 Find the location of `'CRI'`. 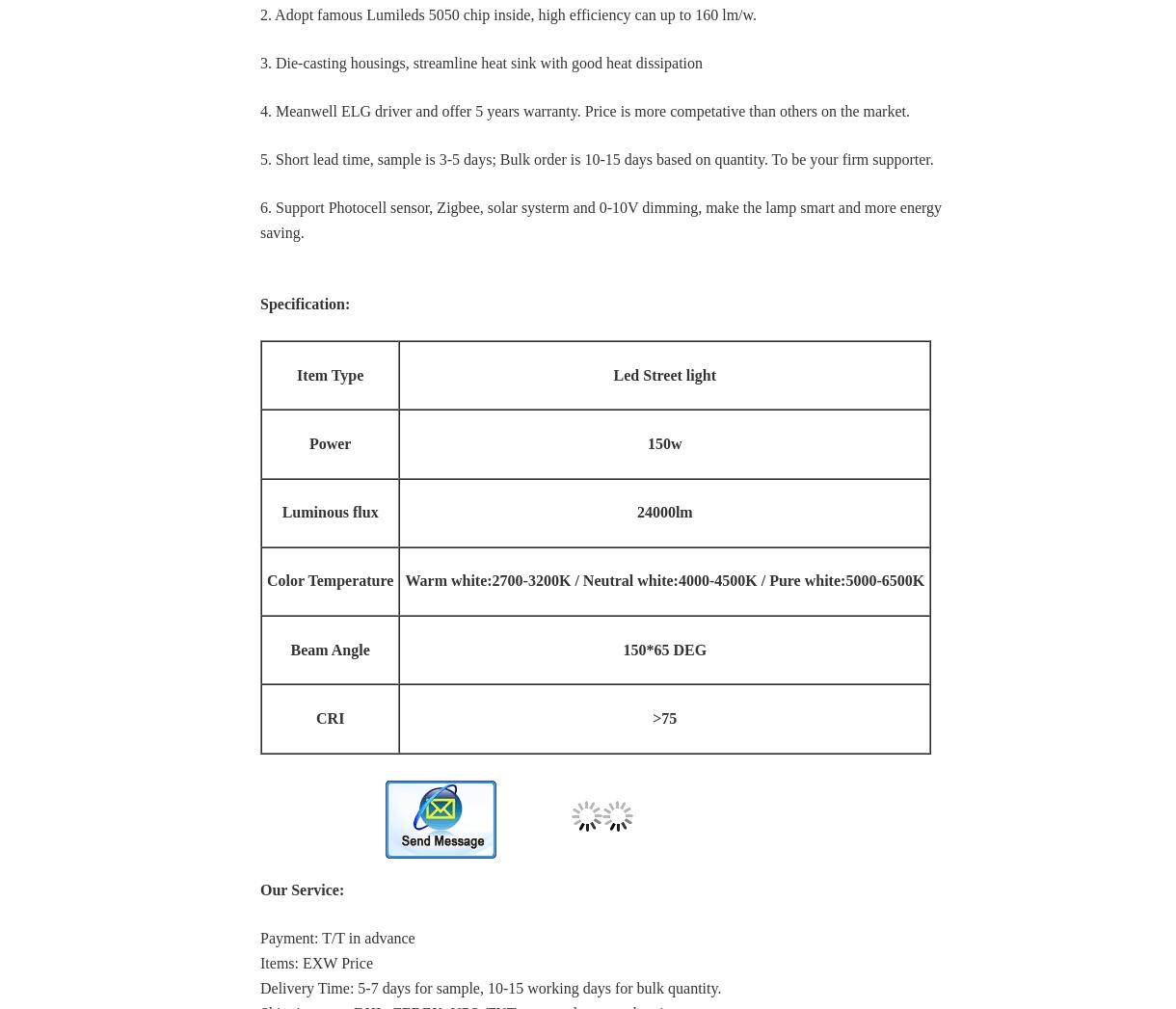

'CRI' is located at coordinates (330, 717).